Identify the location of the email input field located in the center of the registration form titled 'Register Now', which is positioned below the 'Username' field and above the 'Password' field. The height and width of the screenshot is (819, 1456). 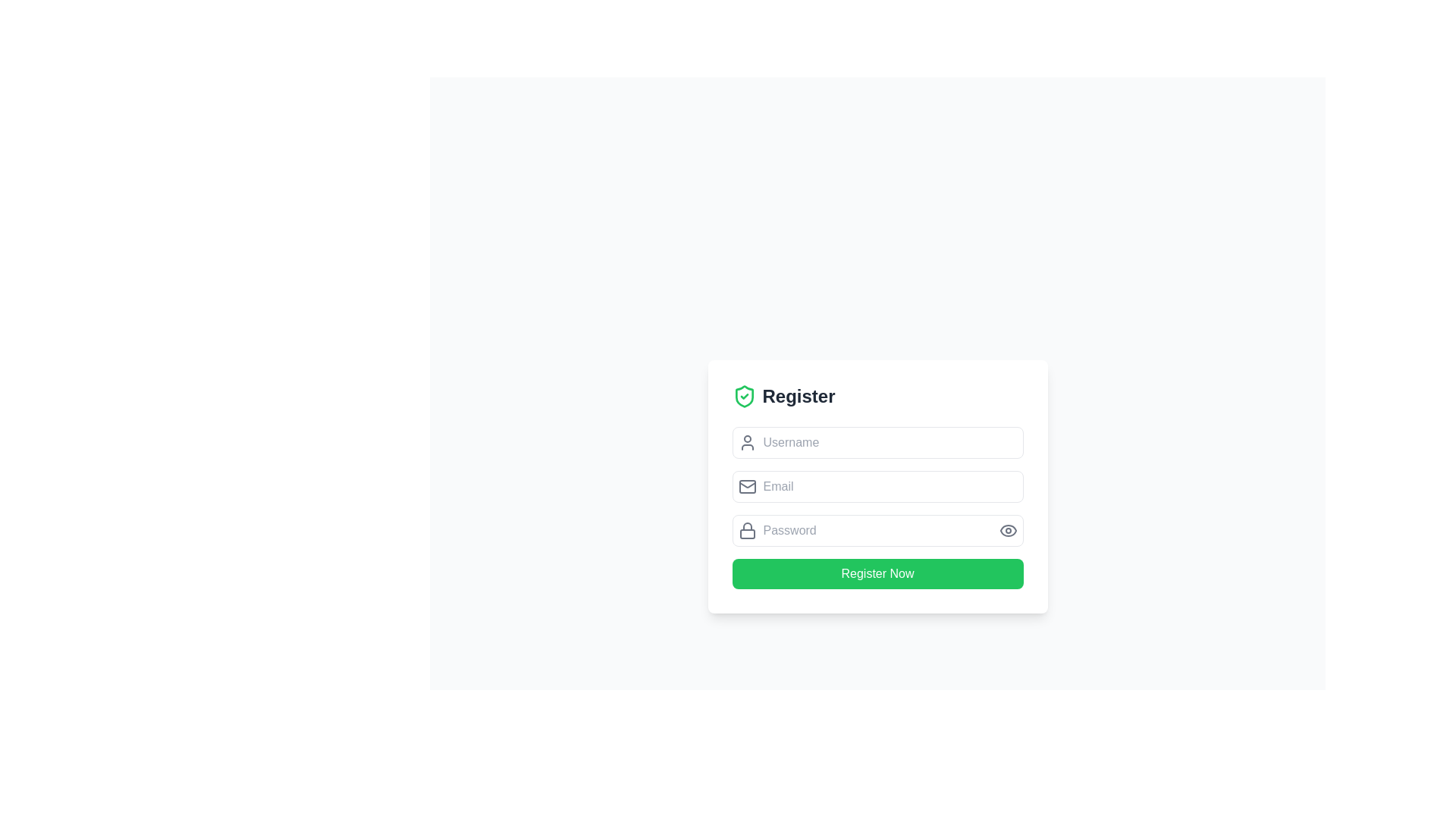
(877, 486).